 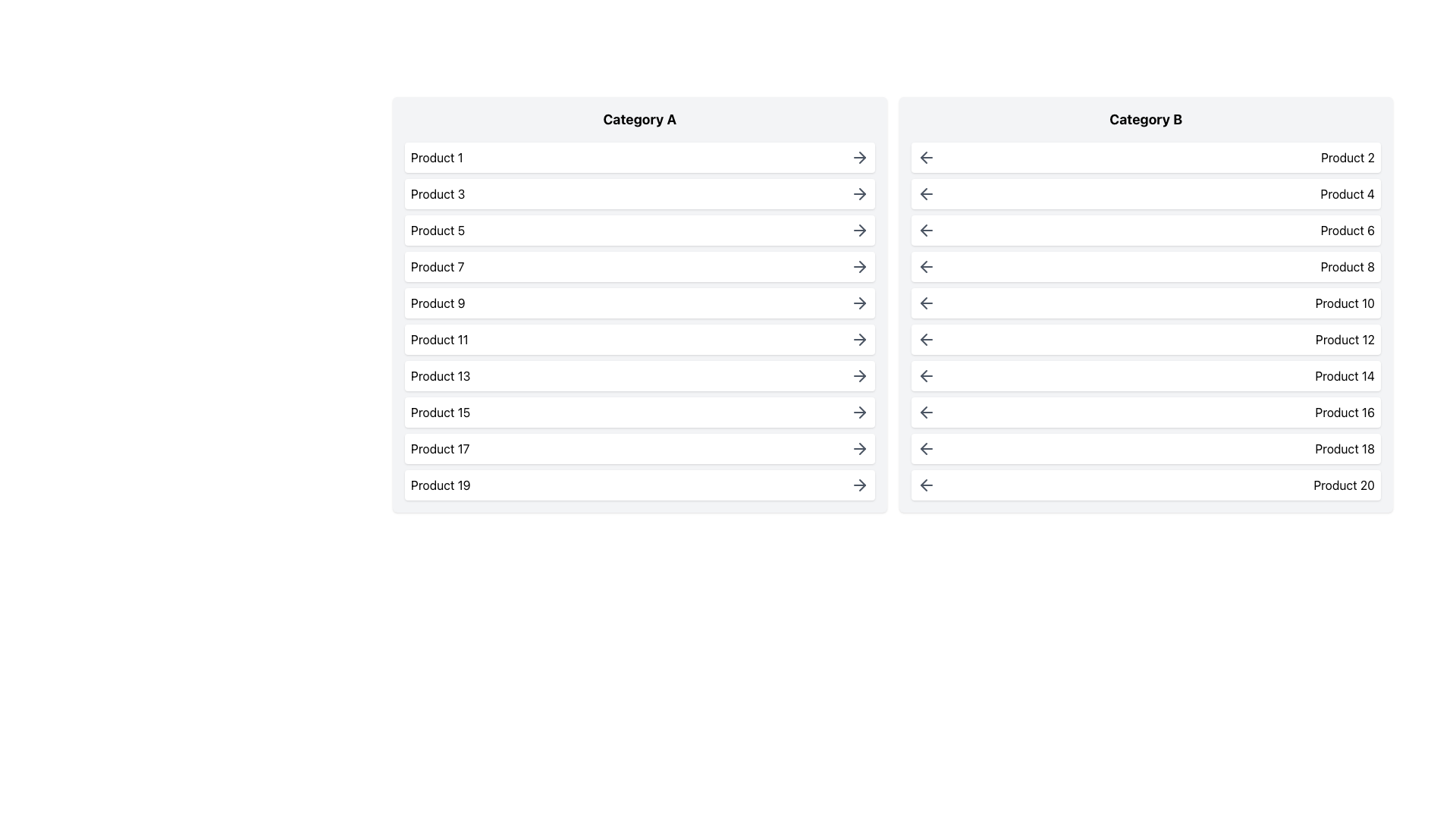 I want to click on text label displaying 'Product 15' located in the 8th position from the top within the 'Category A' section of the interface, so click(x=440, y=412).